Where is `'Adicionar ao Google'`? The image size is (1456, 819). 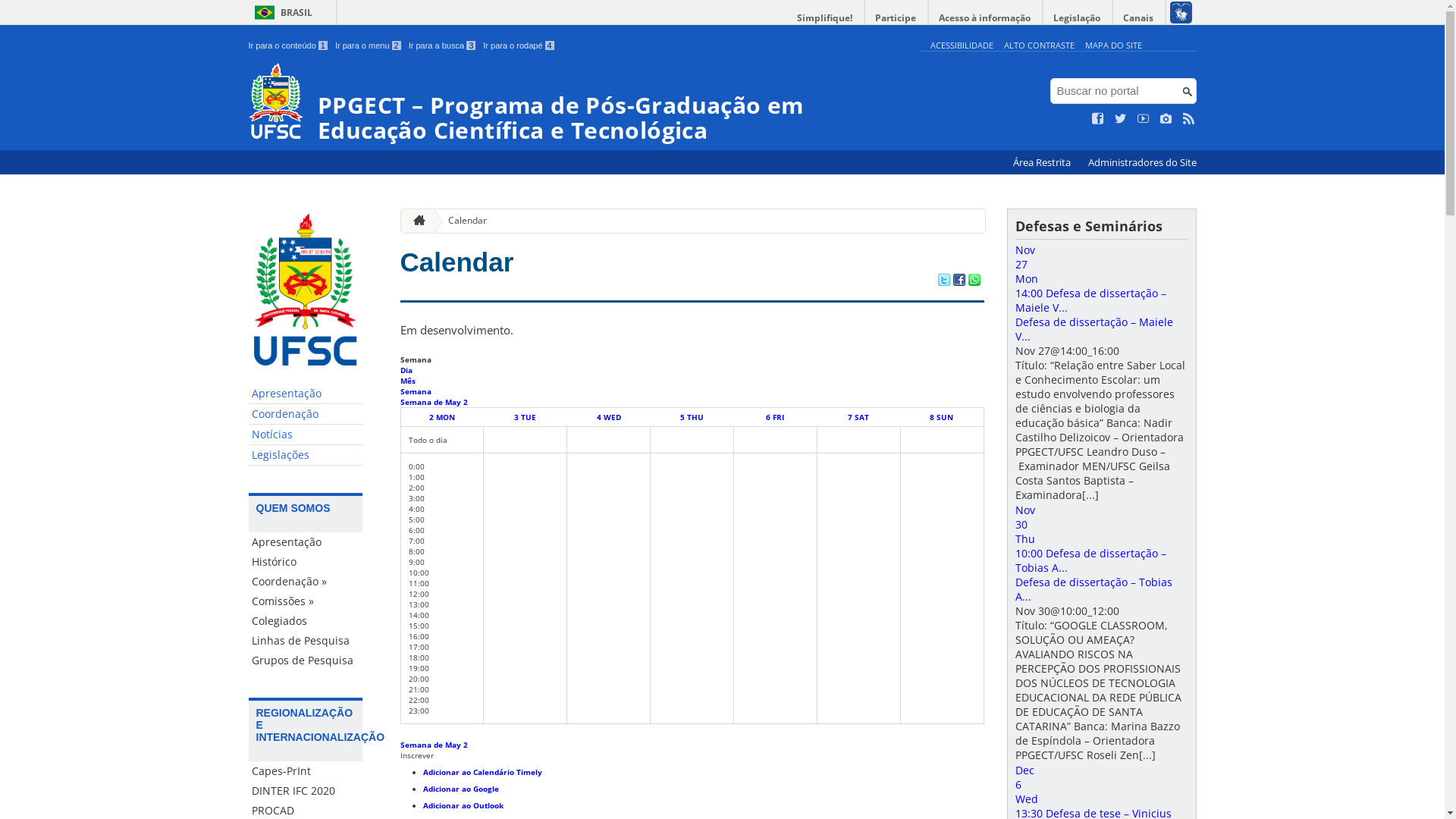 'Adicionar ao Google' is located at coordinates (460, 788).